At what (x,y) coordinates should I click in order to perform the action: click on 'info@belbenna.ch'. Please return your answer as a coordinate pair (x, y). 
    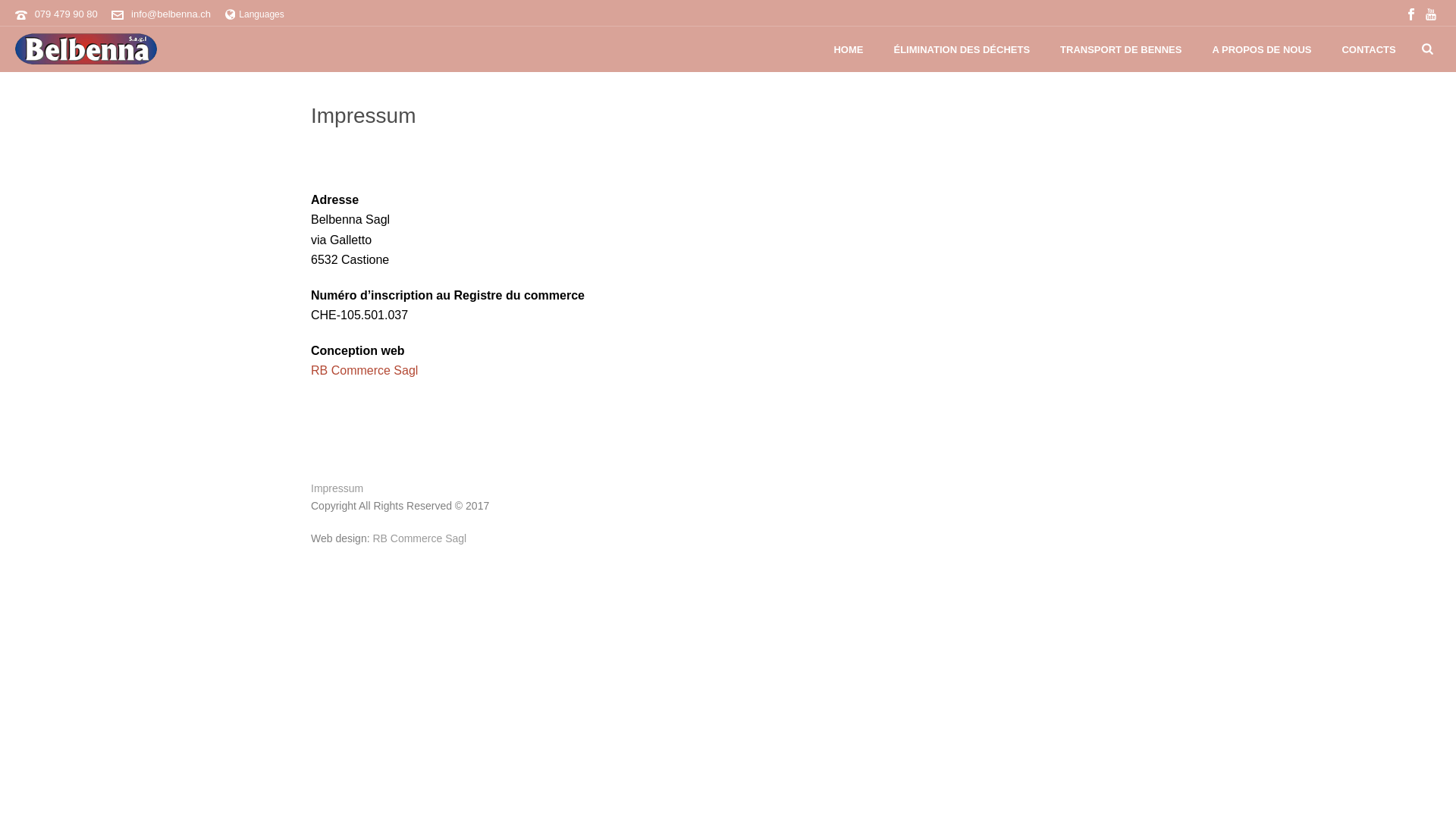
    Looking at the image, I should click on (171, 14).